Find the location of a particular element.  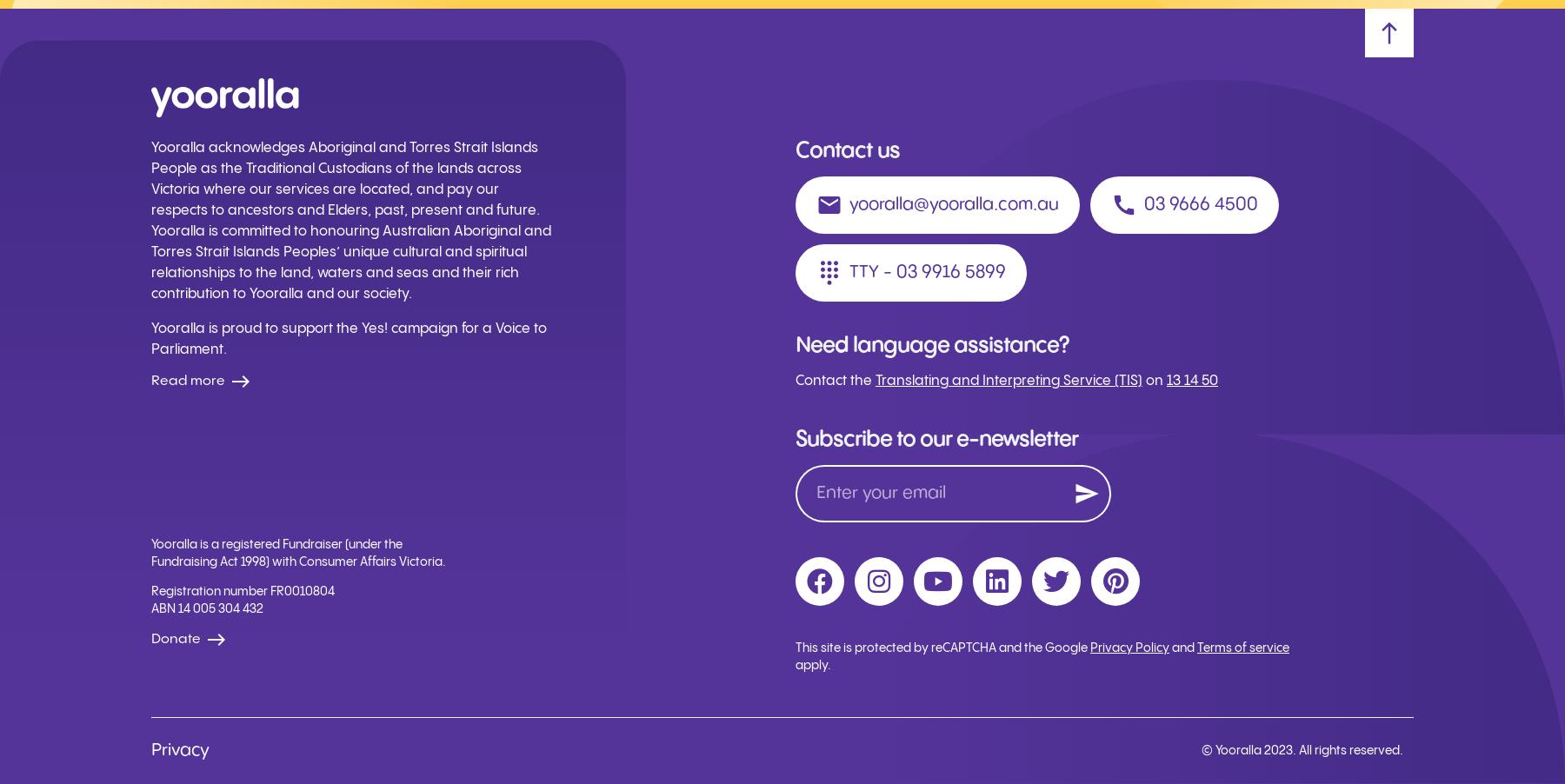

'Translating and Interpreting Service (TIS)' is located at coordinates (1008, 381).